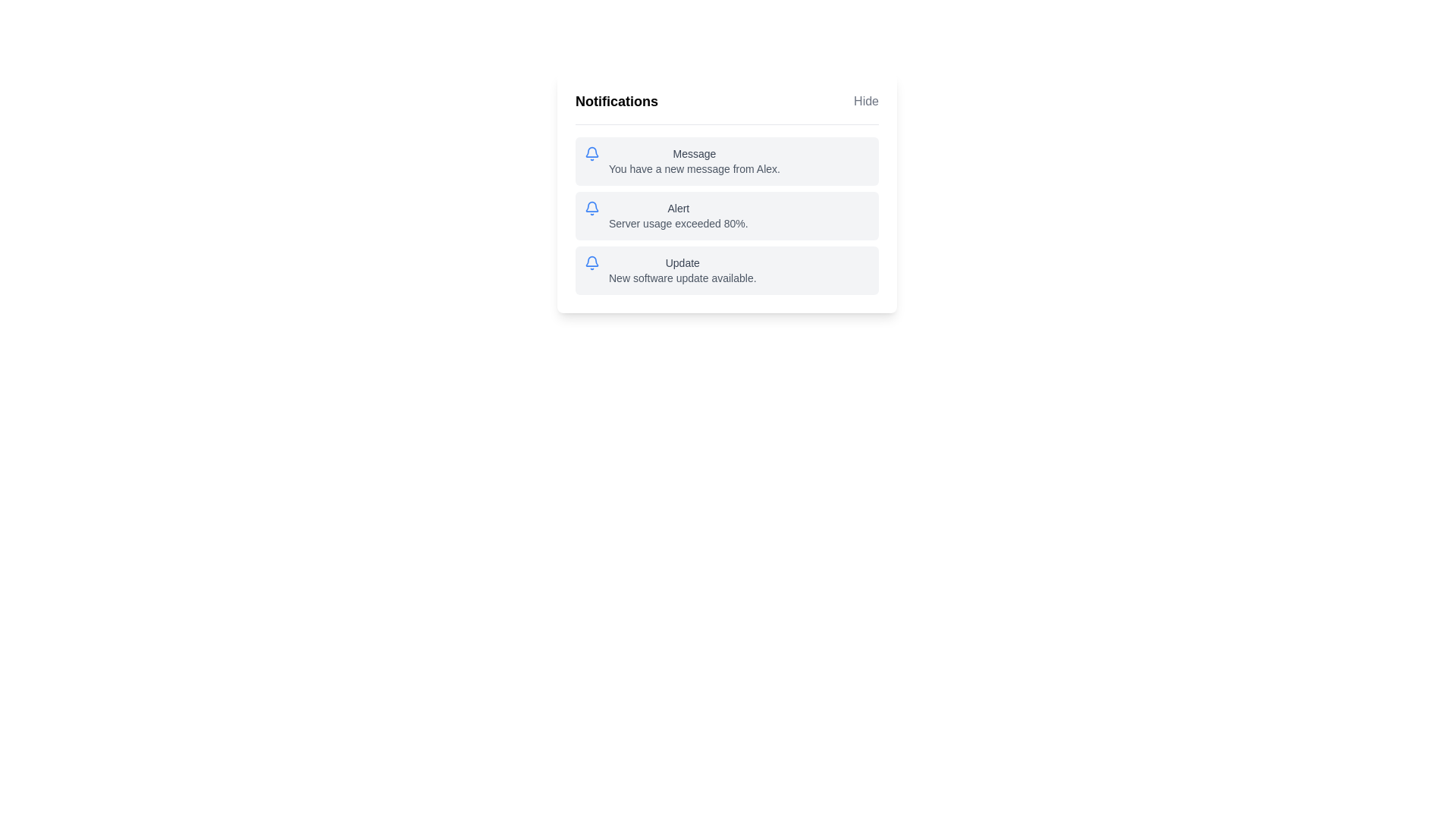 The width and height of the screenshot is (1456, 819). What do you see at coordinates (726, 192) in the screenshot?
I see `notification message regarding server usage exceeding 80%, which is the second item in the notification list` at bounding box center [726, 192].